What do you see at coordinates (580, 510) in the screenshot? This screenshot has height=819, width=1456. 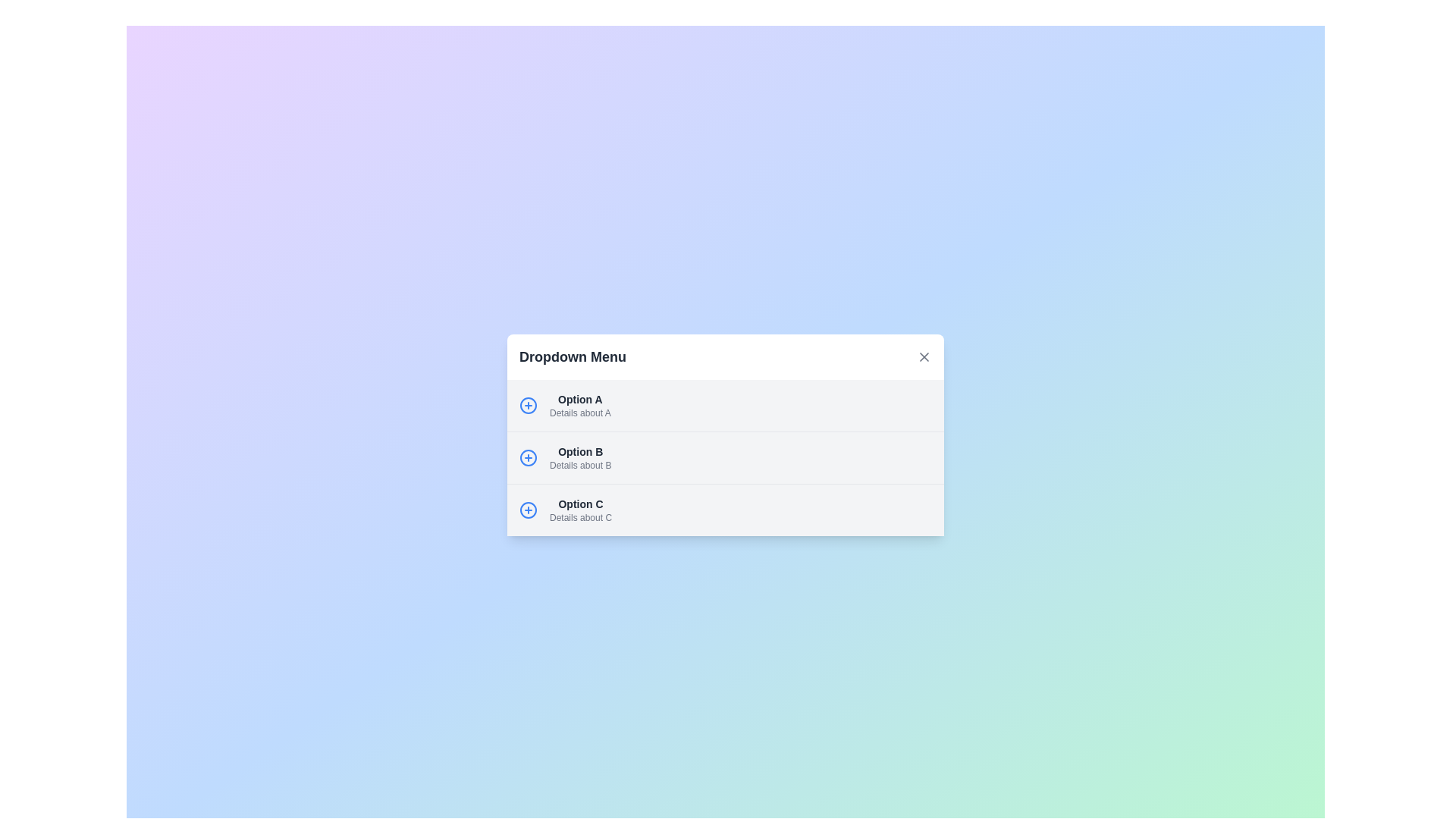 I see `the list item titled 'Option C' with subtitle 'Details about C'` at bounding box center [580, 510].